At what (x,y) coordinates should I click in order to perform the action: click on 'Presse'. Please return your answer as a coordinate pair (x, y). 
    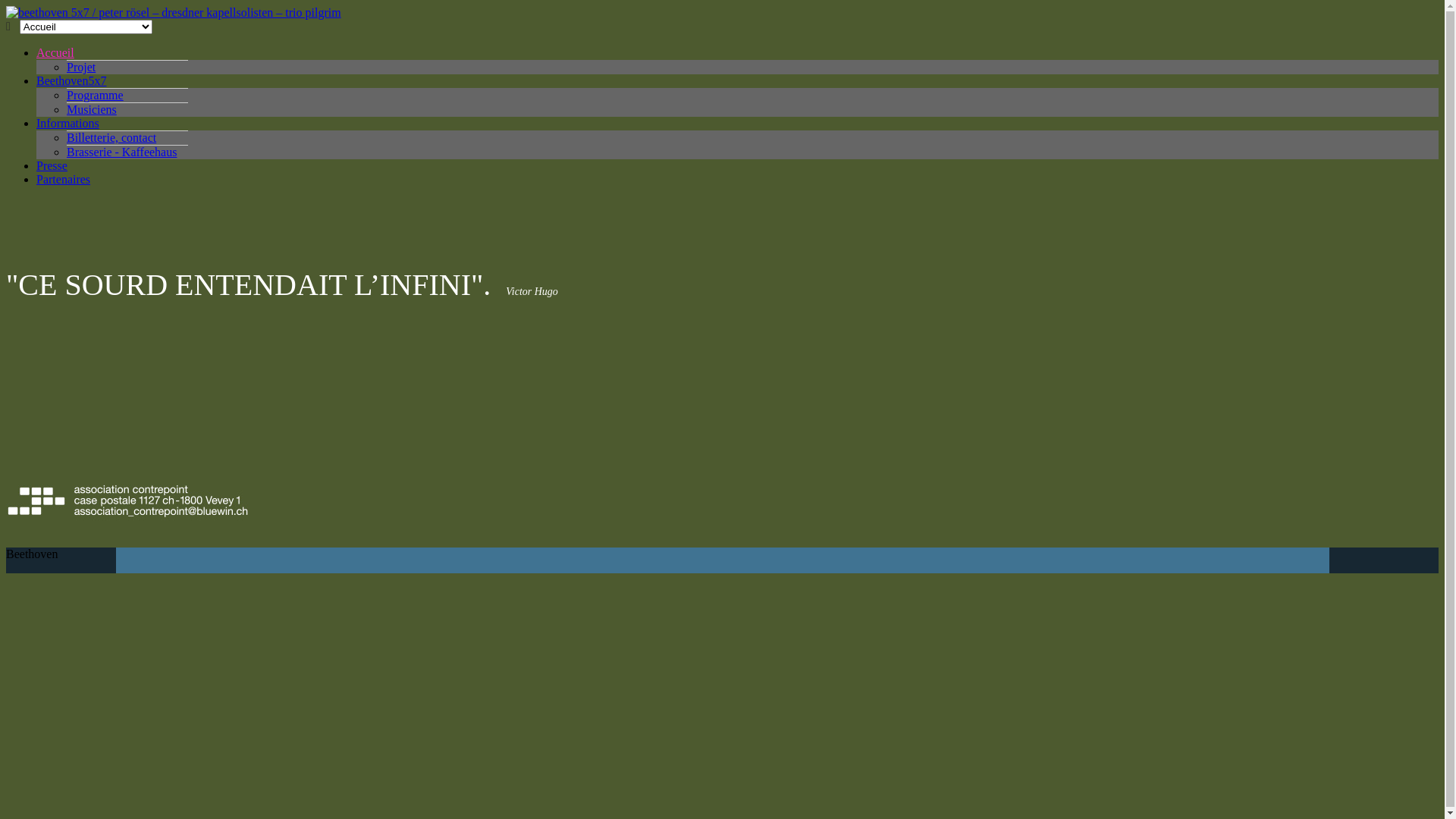
    Looking at the image, I should click on (36, 165).